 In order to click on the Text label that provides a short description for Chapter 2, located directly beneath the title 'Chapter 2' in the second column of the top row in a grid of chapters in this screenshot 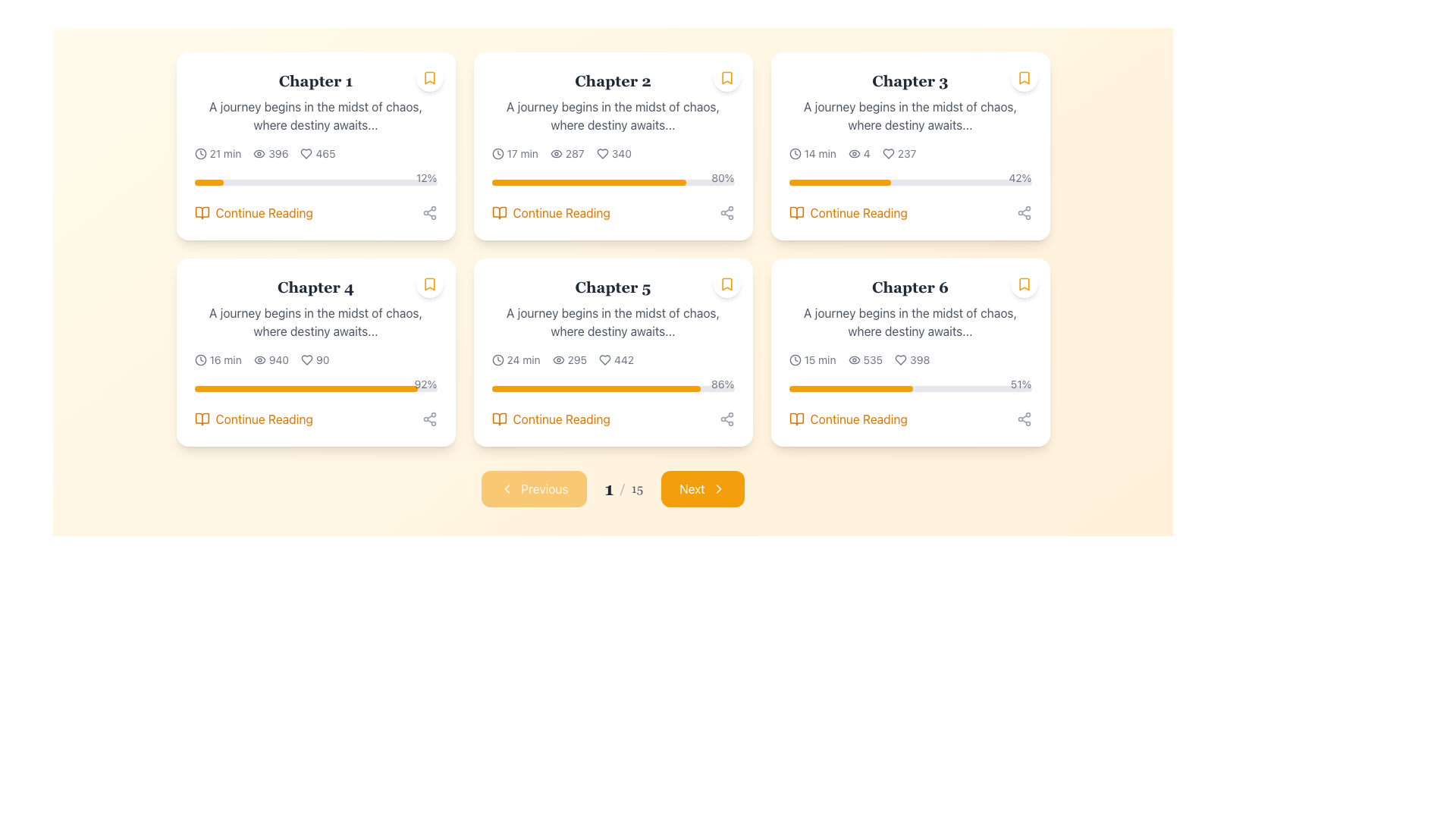, I will do `click(613, 115)`.